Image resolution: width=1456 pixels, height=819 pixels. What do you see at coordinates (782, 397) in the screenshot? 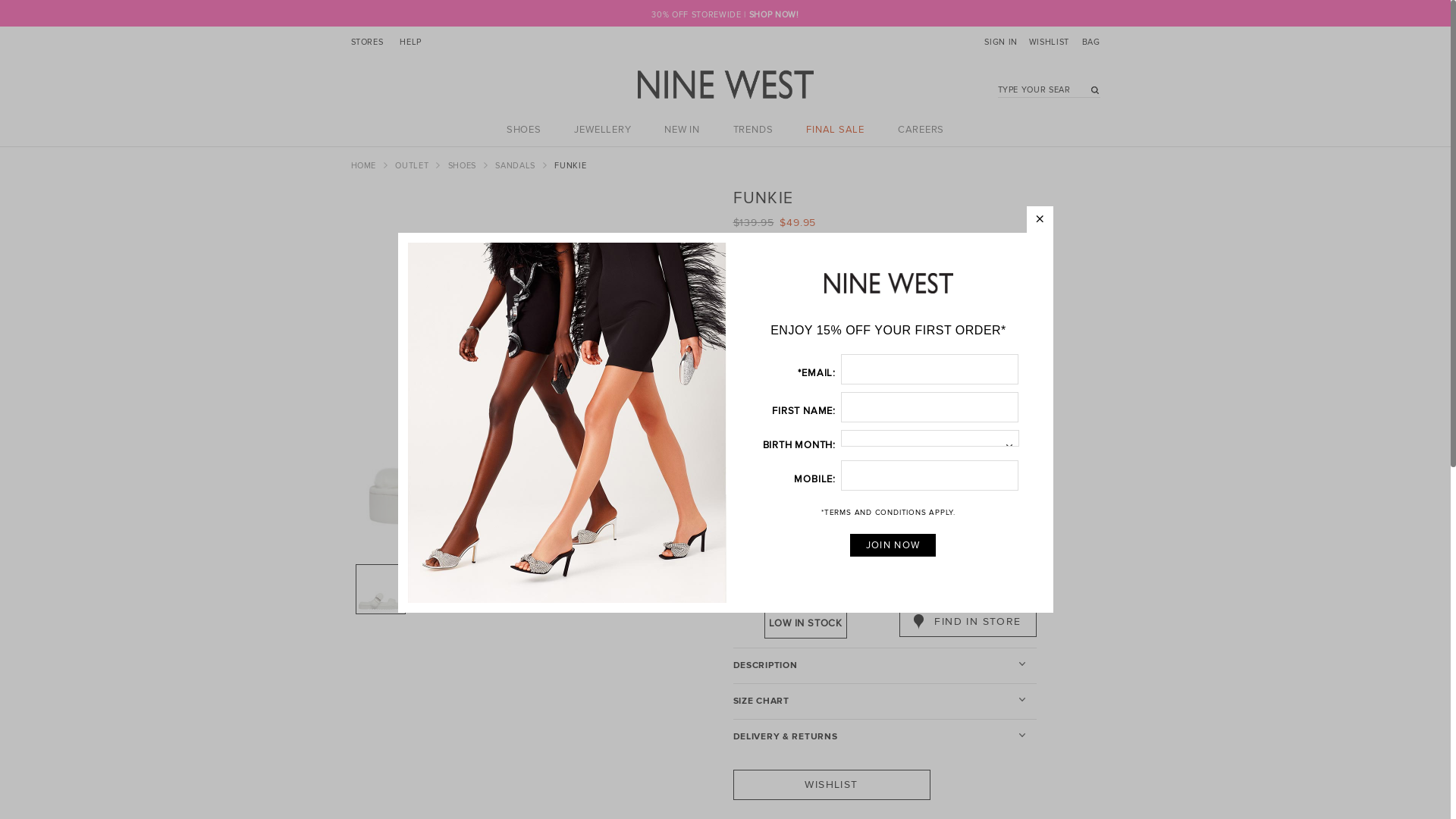
I see `'8'` at bounding box center [782, 397].